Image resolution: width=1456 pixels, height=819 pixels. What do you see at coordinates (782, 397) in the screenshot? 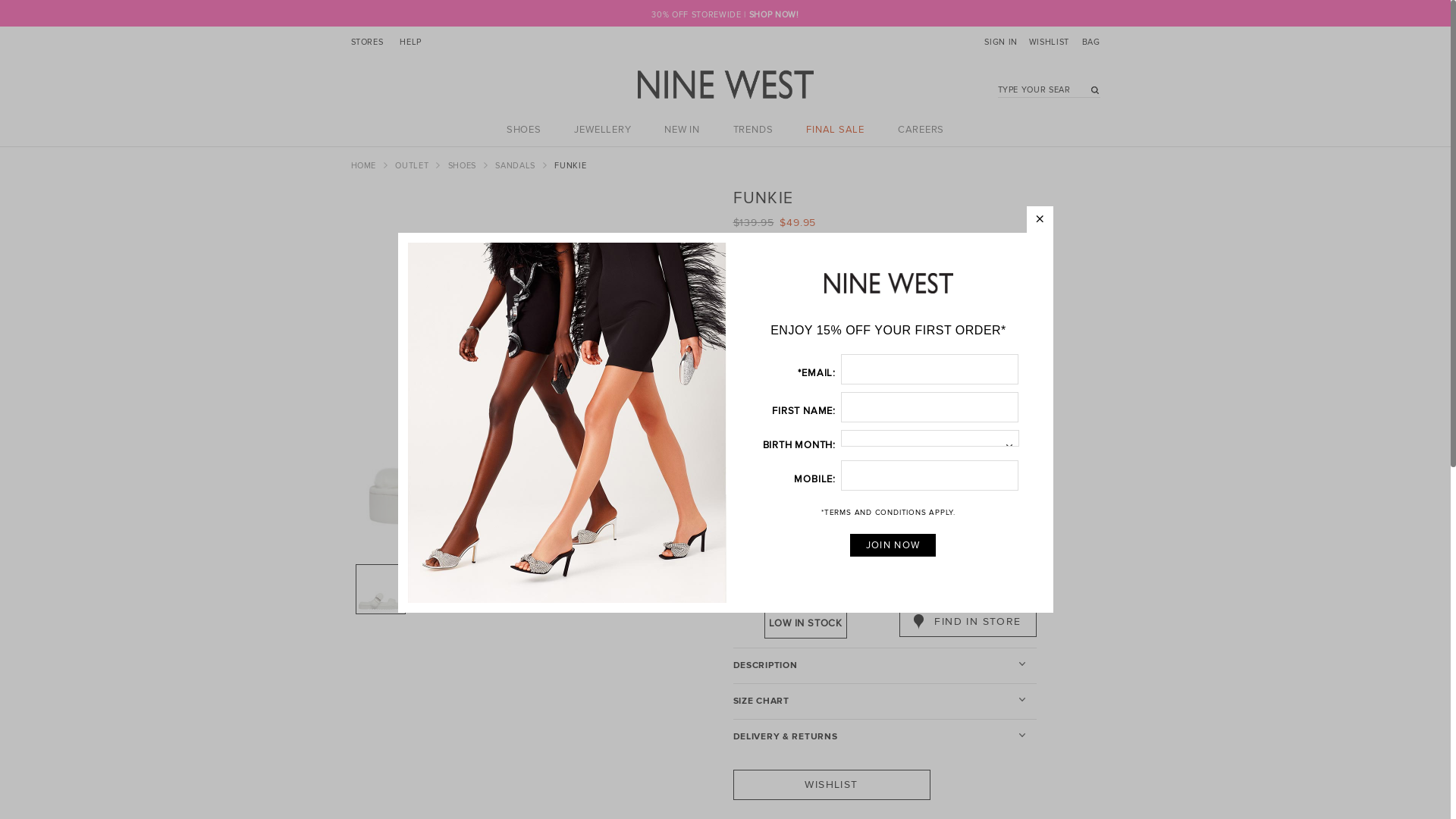
I see `'8'` at bounding box center [782, 397].